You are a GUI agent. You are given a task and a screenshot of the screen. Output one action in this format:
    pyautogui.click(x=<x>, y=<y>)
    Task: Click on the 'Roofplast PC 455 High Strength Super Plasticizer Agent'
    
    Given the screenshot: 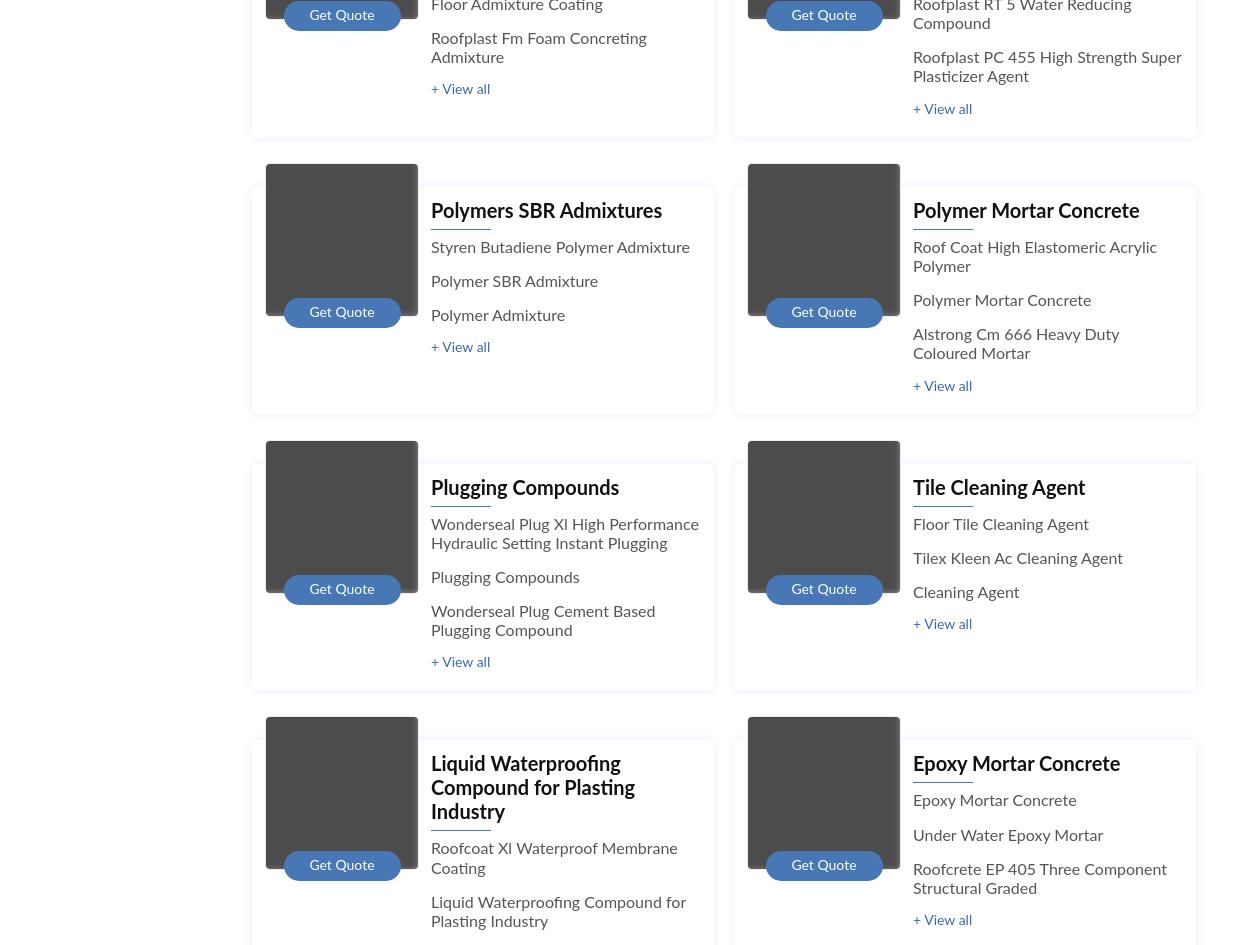 What is the action you would take?
    pyautogui.click(x=1047, y=67)
    